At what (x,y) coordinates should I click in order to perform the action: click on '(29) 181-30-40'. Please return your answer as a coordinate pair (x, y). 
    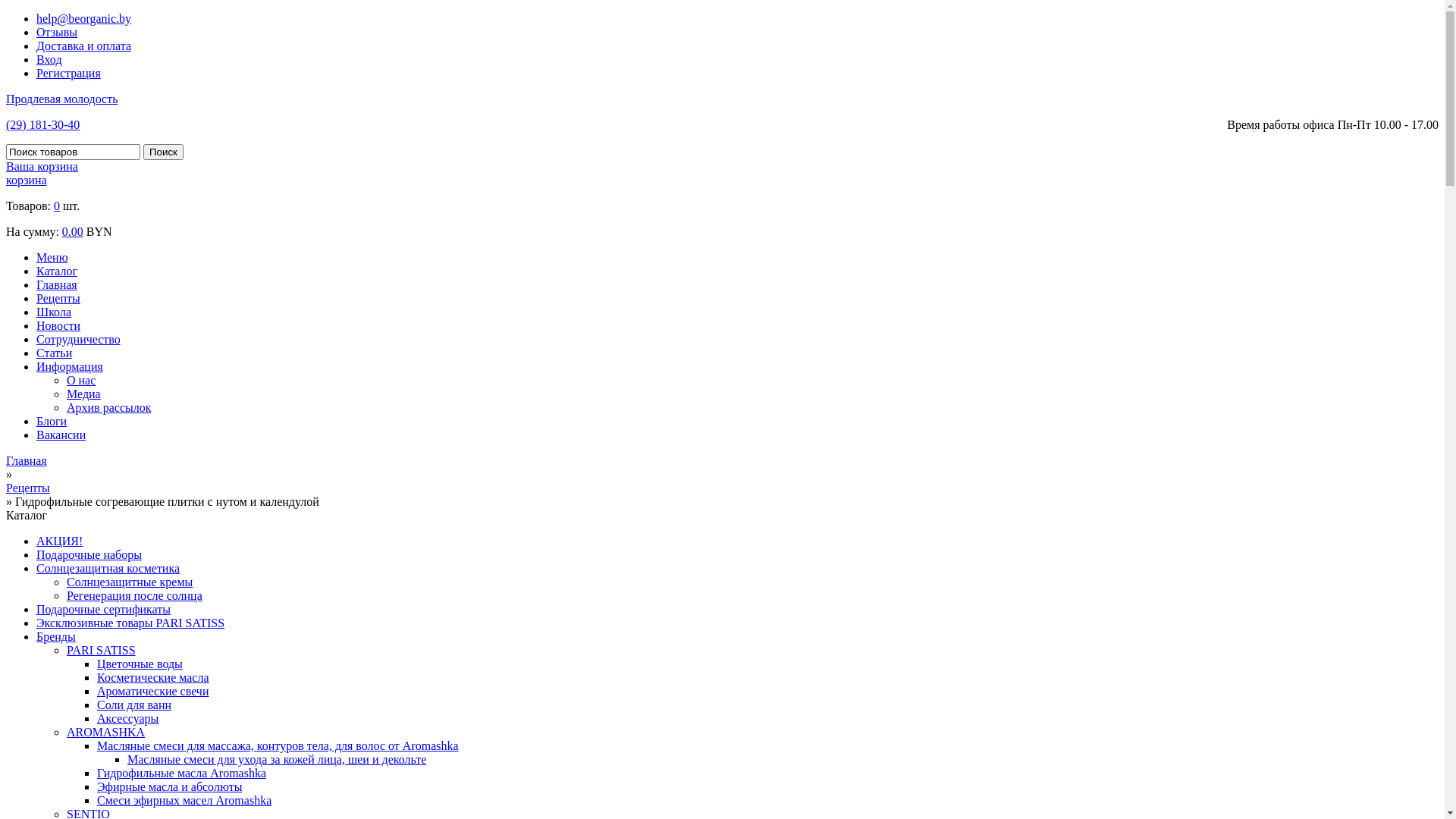
    Looking at the image, I should click on (42, 124).